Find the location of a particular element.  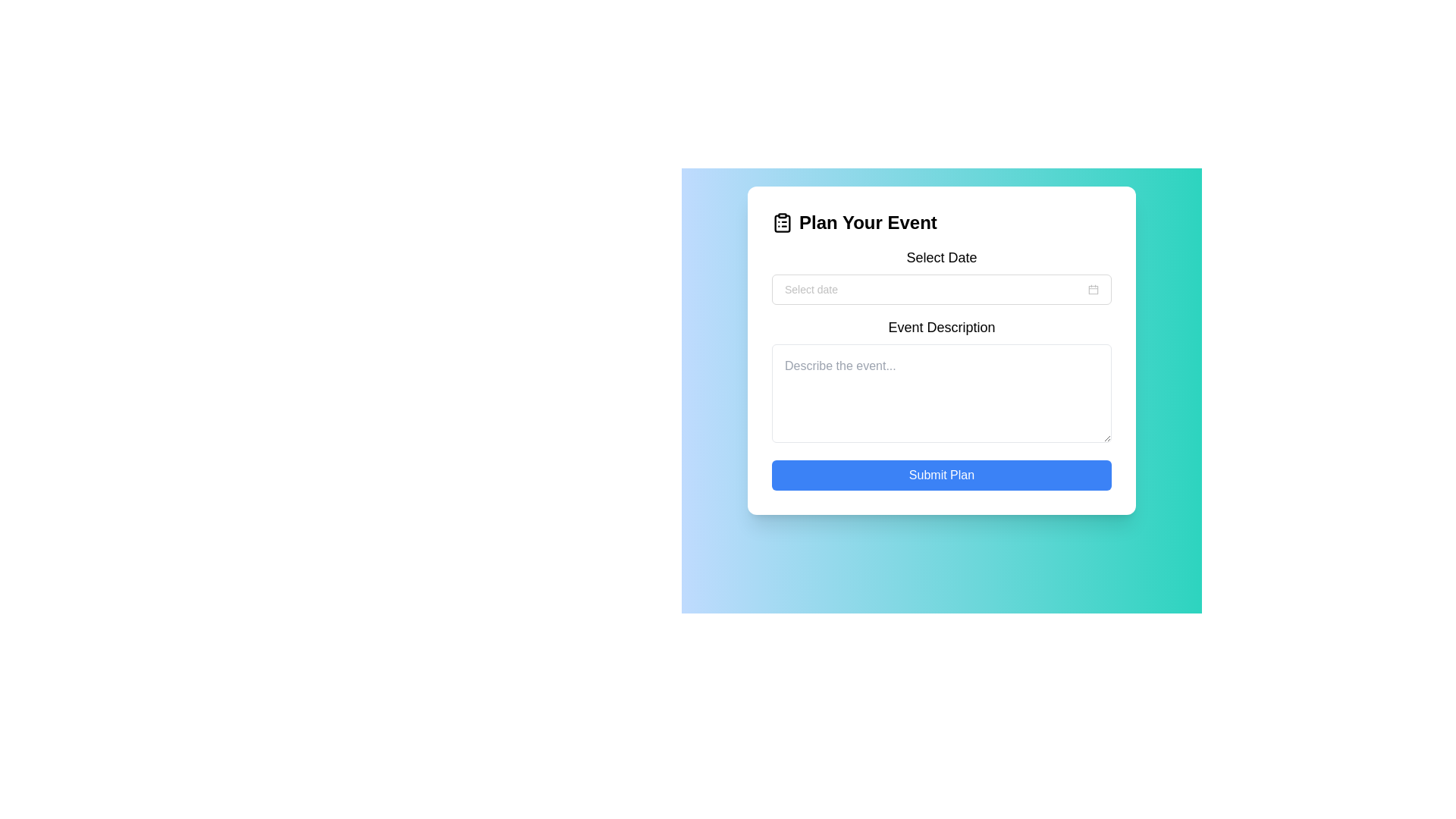

a date from the calendar by clicking on the Date Picker Input Field located in the 'Plan Your Event' section, which is the first input field below 'Select Date' and has a calendar icon on its right is located at coordinates (941, 289).